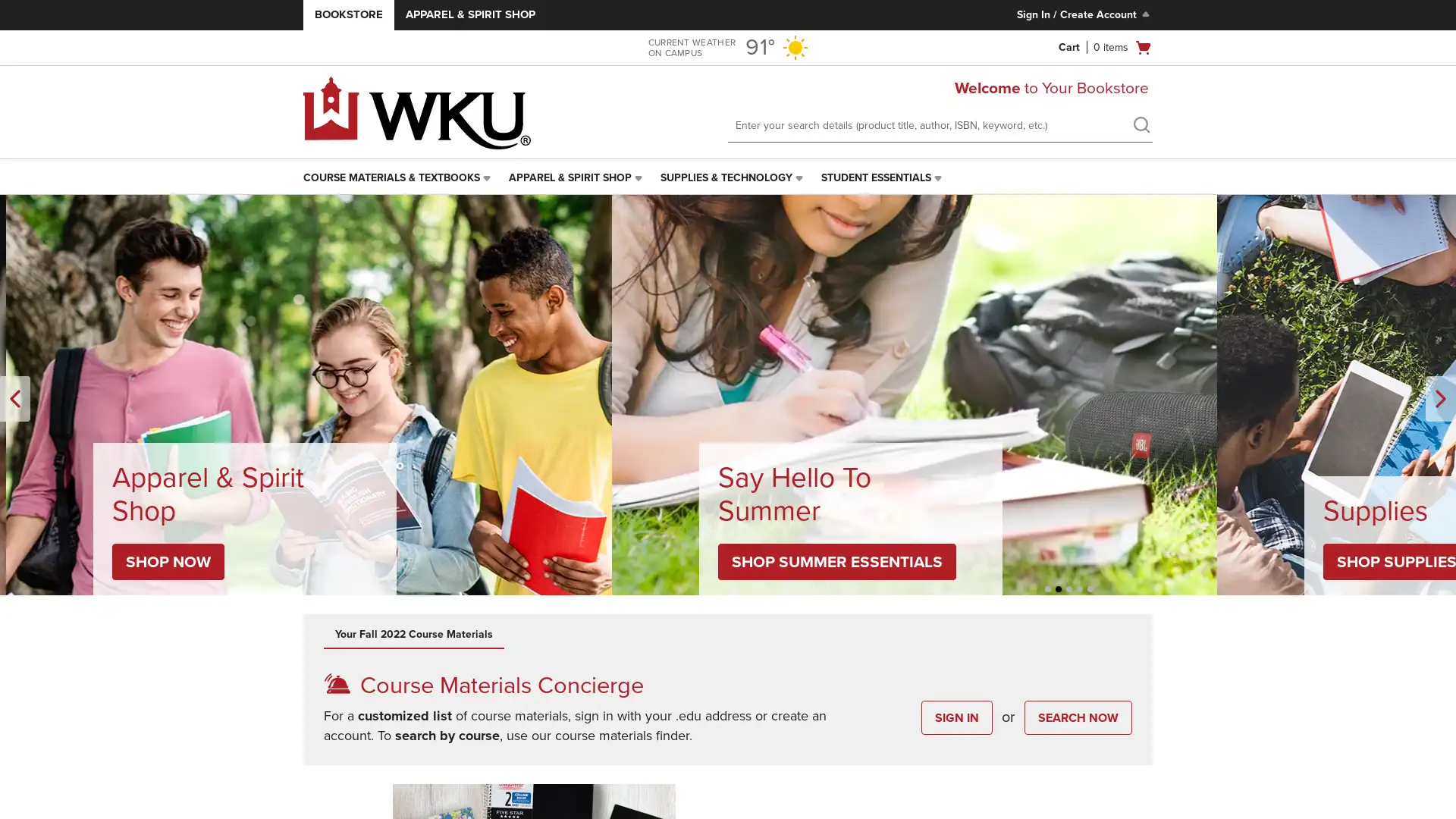 The width and height of the screenshot is (1456, 819). I want to click on Selected, Slide 3, so click(1068, 588).